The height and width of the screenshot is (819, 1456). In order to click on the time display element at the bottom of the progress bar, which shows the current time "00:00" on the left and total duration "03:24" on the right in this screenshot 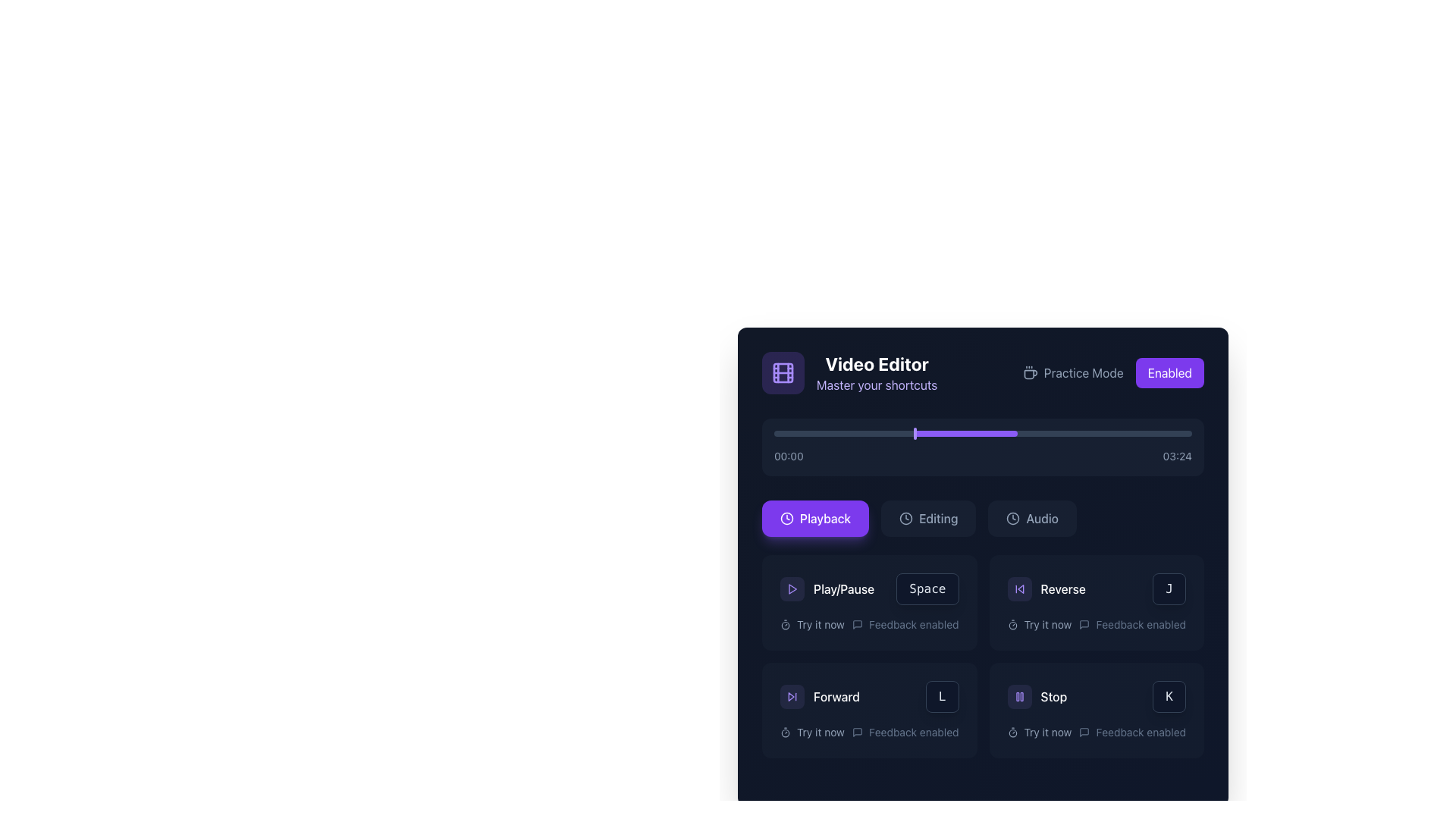, I will do `click(983, 455)`.